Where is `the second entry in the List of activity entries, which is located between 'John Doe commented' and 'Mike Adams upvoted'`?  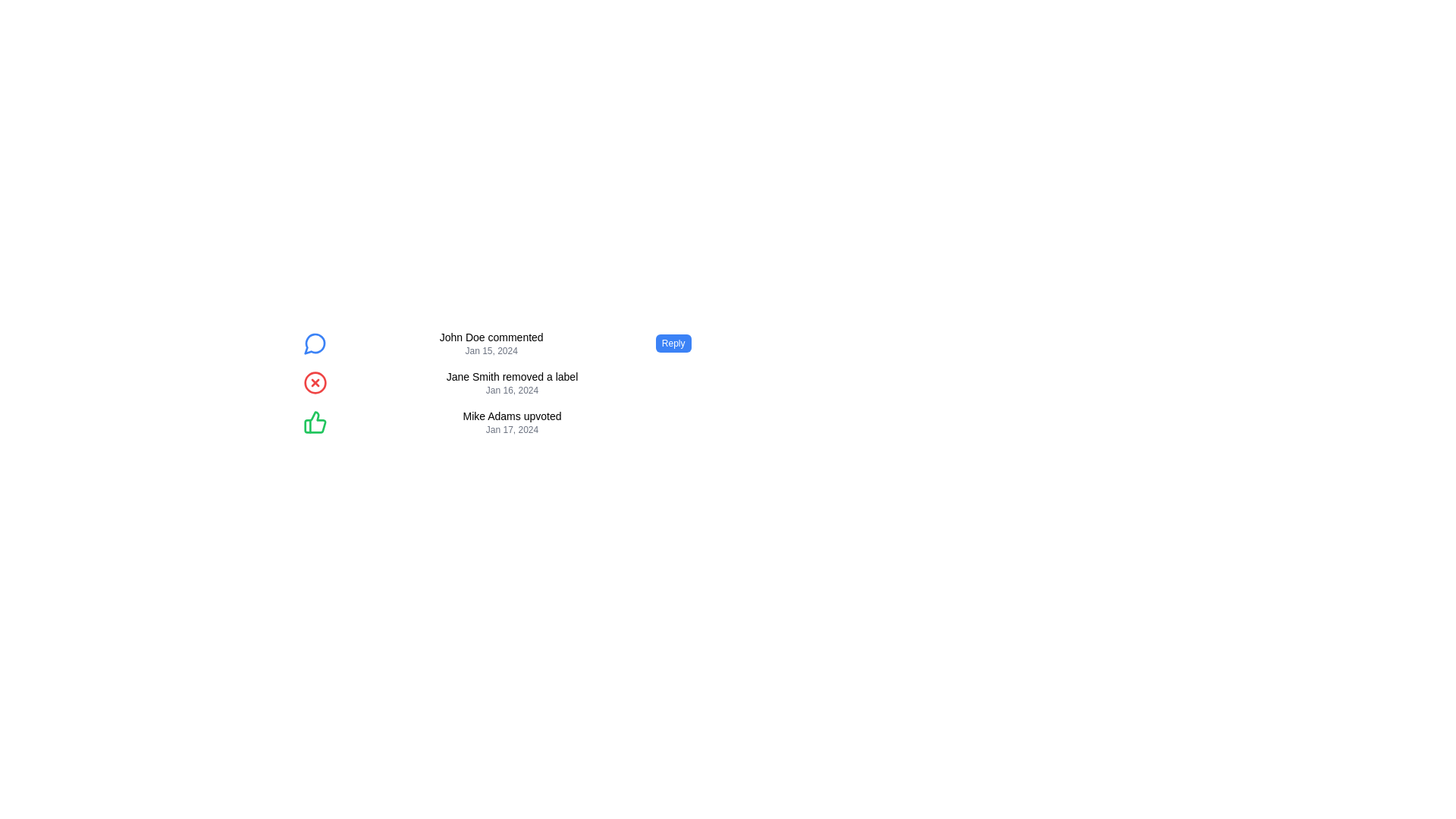
the second entry in the List of activity entries, which is located between 'John Doe commented' and 'Mike Adams upvoted' is located at coordinates (497, 382).